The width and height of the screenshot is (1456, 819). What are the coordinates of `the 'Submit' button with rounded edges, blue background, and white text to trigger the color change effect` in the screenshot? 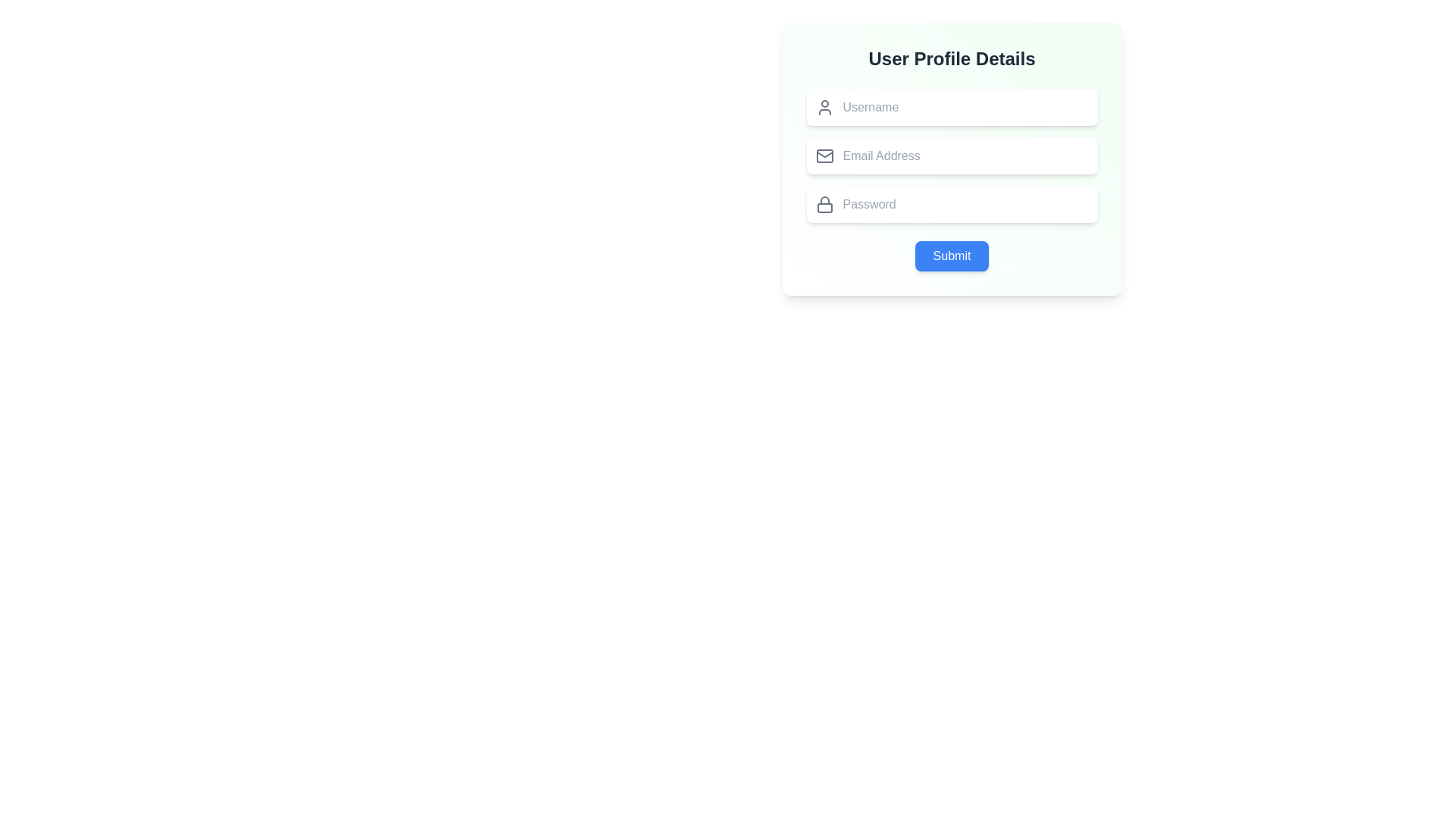 It's located at (951, 256).